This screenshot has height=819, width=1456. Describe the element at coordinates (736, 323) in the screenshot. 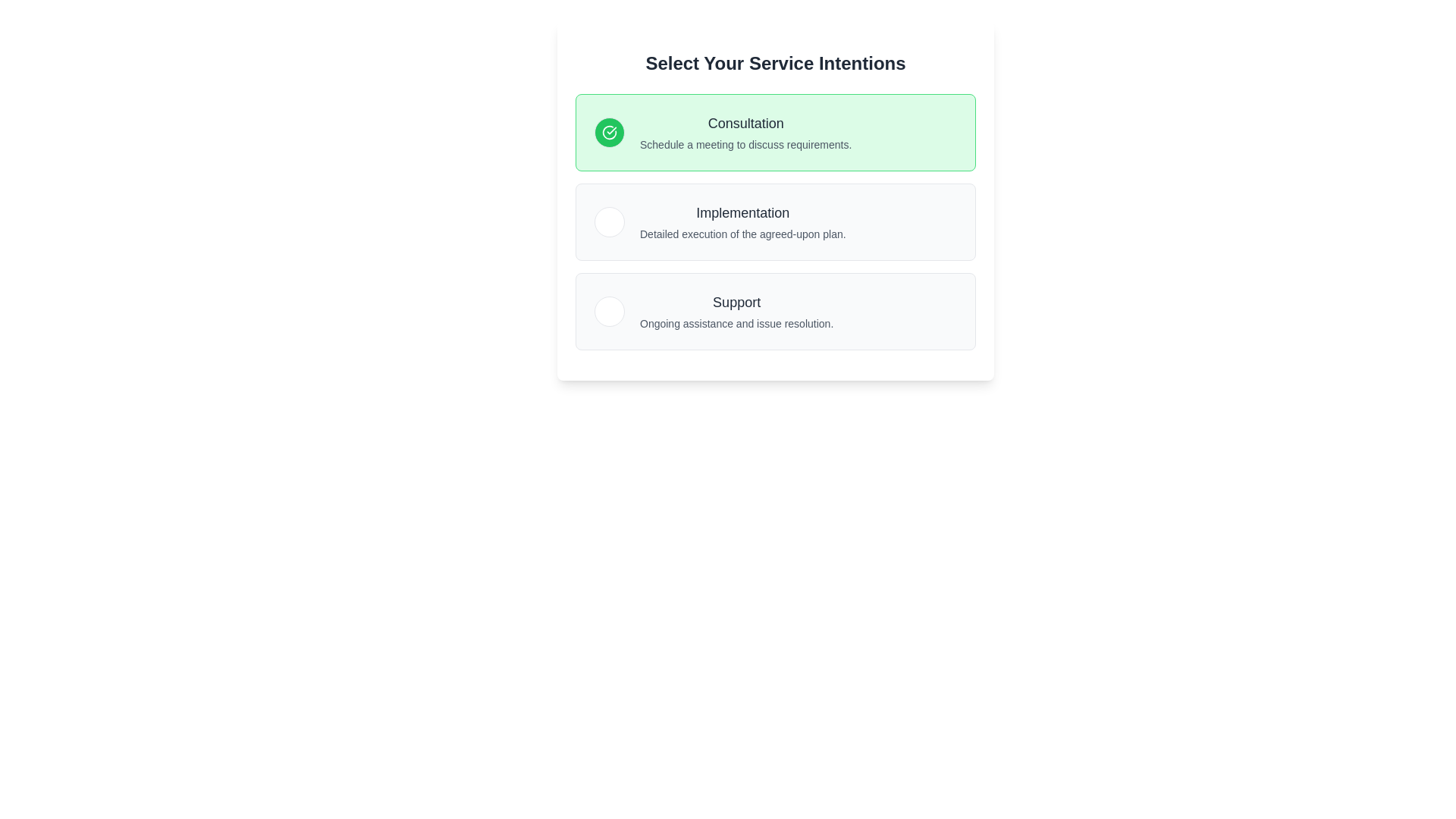

I see `the text label that displays 'Ongoing assistance and issue resolution.' which is located underneath the 'Support' heading in the third option card` at that location.